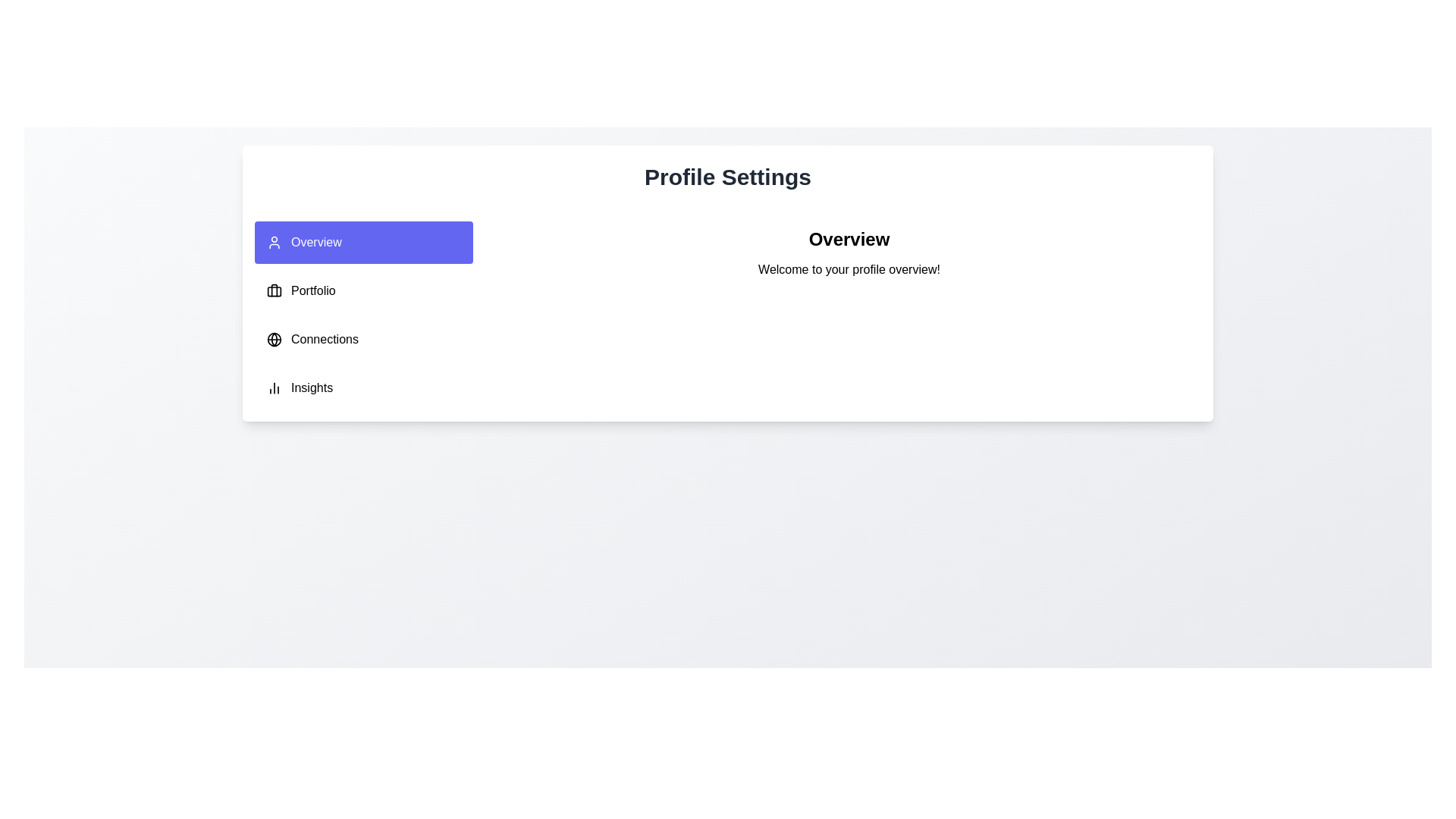 This screenshot has width=1456, height=819. What do you see at coordinates (364, 291) in the screenshot?
I see `the tab labeled Portfolio in the navigation menu` at bounding box center [364, 291].